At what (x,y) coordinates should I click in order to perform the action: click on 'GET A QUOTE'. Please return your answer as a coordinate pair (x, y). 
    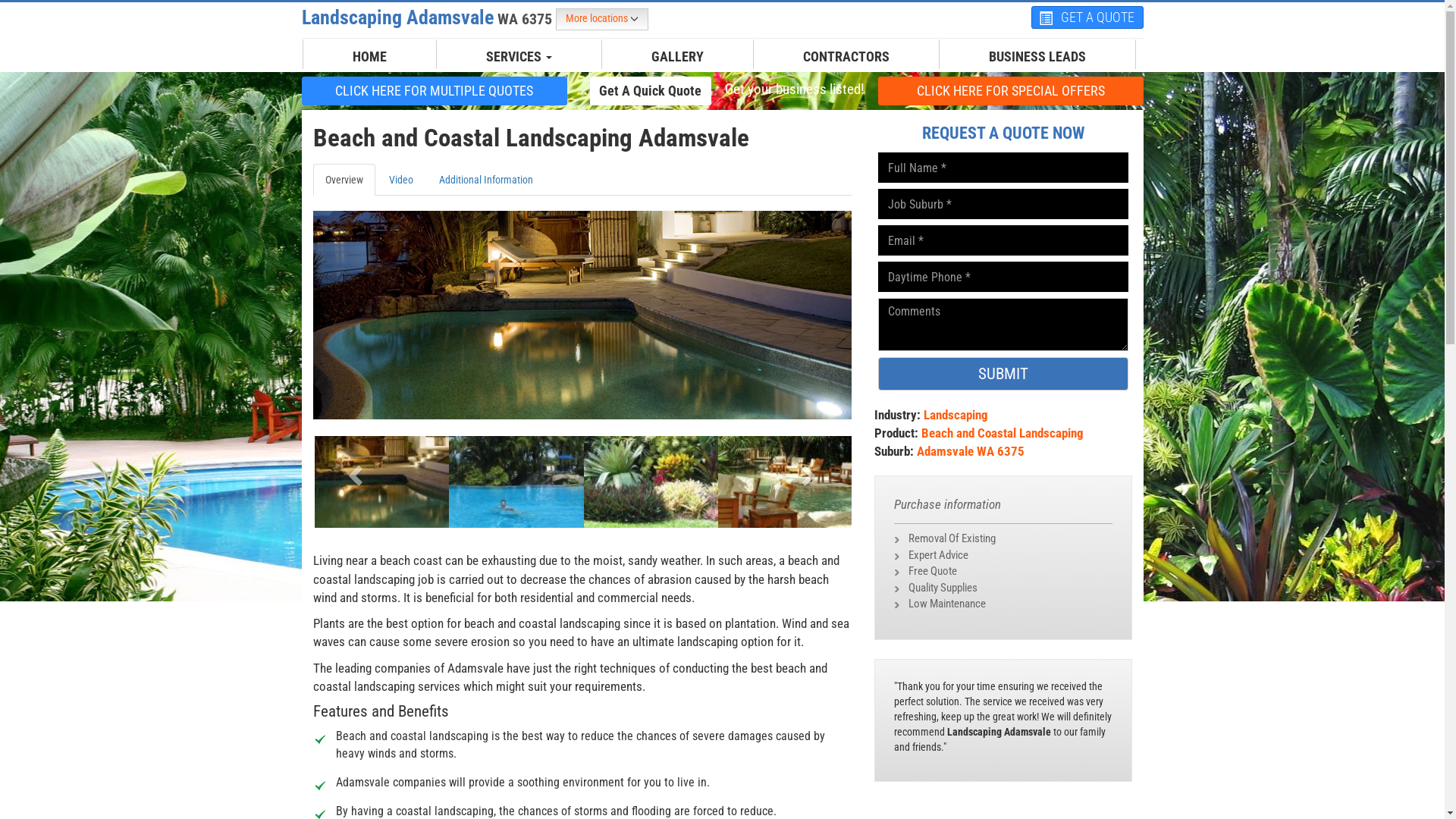
    Looking at the image, I should click on (1087, 17).